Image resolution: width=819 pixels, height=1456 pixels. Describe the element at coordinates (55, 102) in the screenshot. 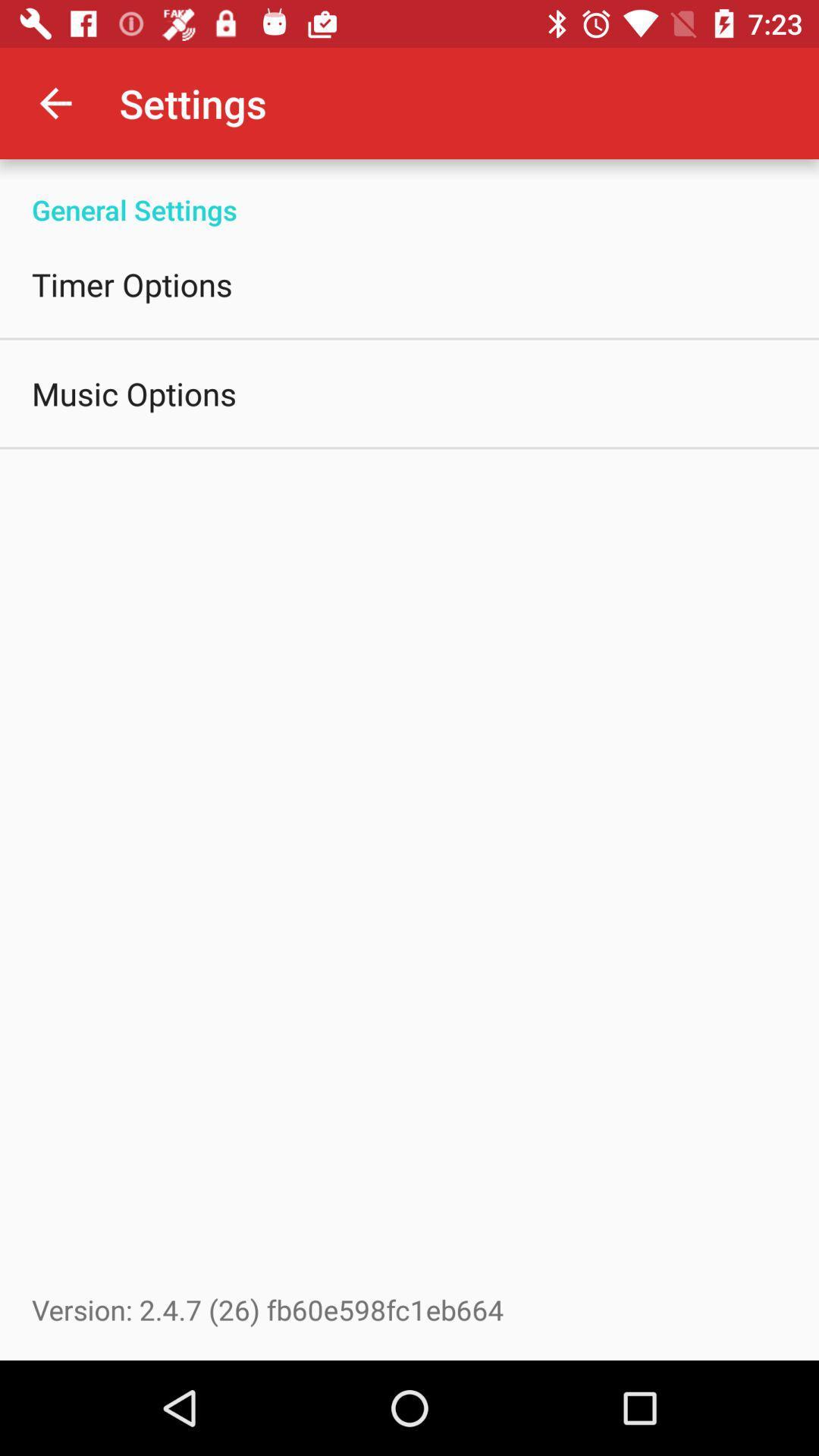

I see `the item next to settings item` at that location.